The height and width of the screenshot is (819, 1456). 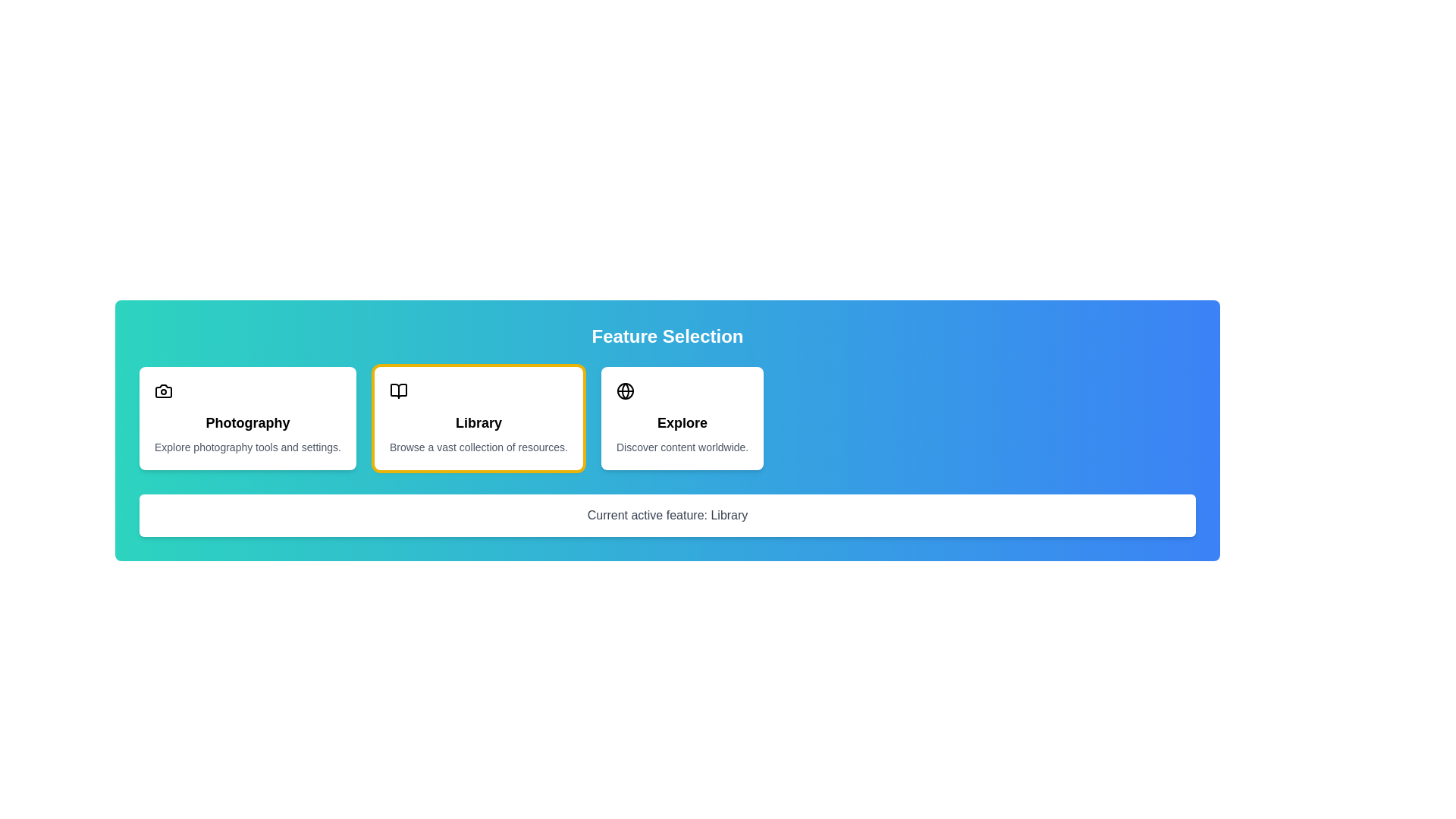 What do you see at coordinates (478, 423) in the screenshot?
I see `the Text Header located within the second card of three, positioned below an icon` at bounding box center [478, 423].